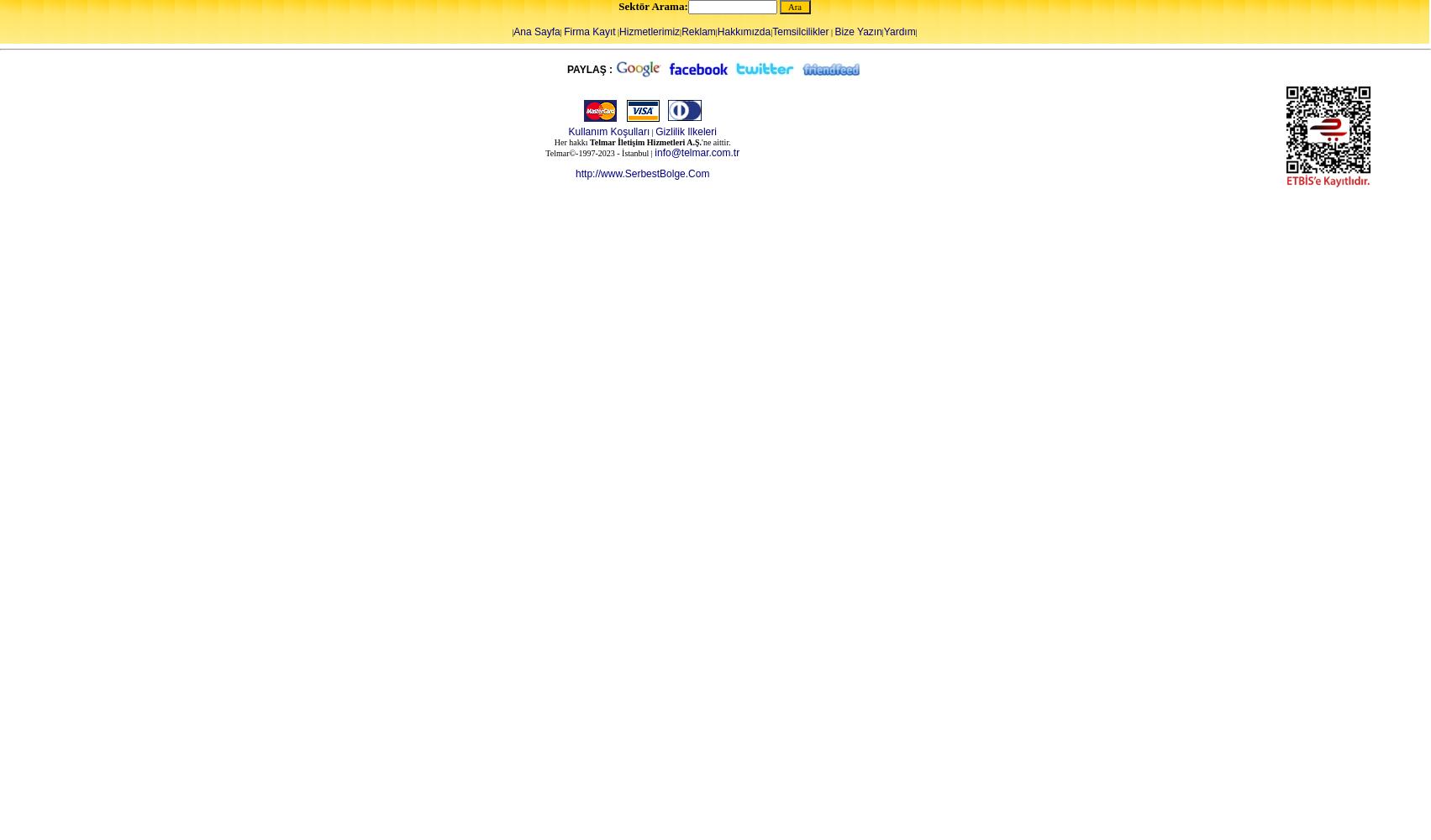 This screenshot has width=1431, height=840. Describe the element at coordinates (898, 32) in the screenshot. I see `'Yardım'` at that location.